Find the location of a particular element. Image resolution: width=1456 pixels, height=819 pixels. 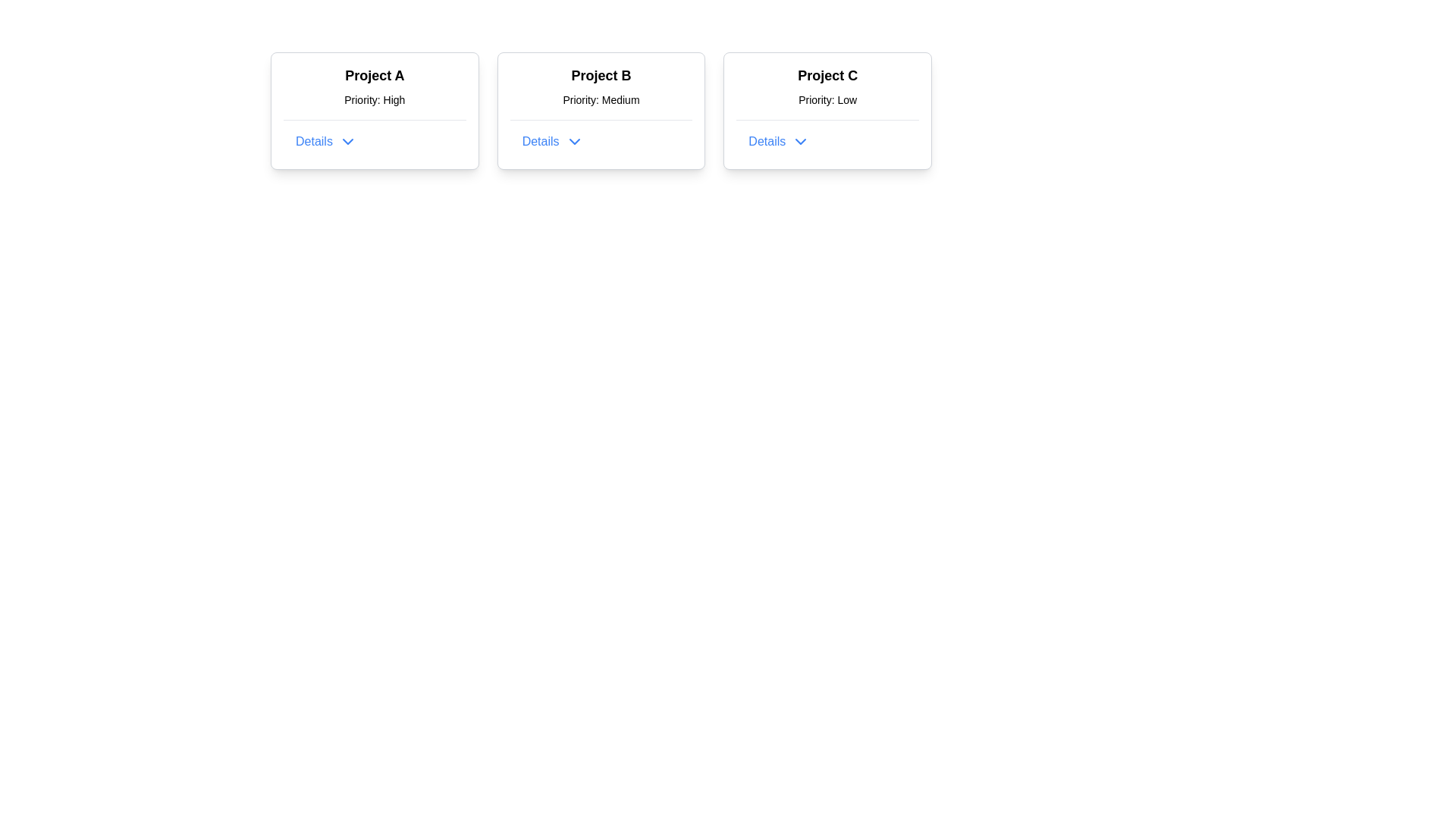

the informational label that displays the priority level for 'Project B', located between the title 'Project B' and the 'Details' button in the center card of the three-card layout is located at coordinates (600, 99).